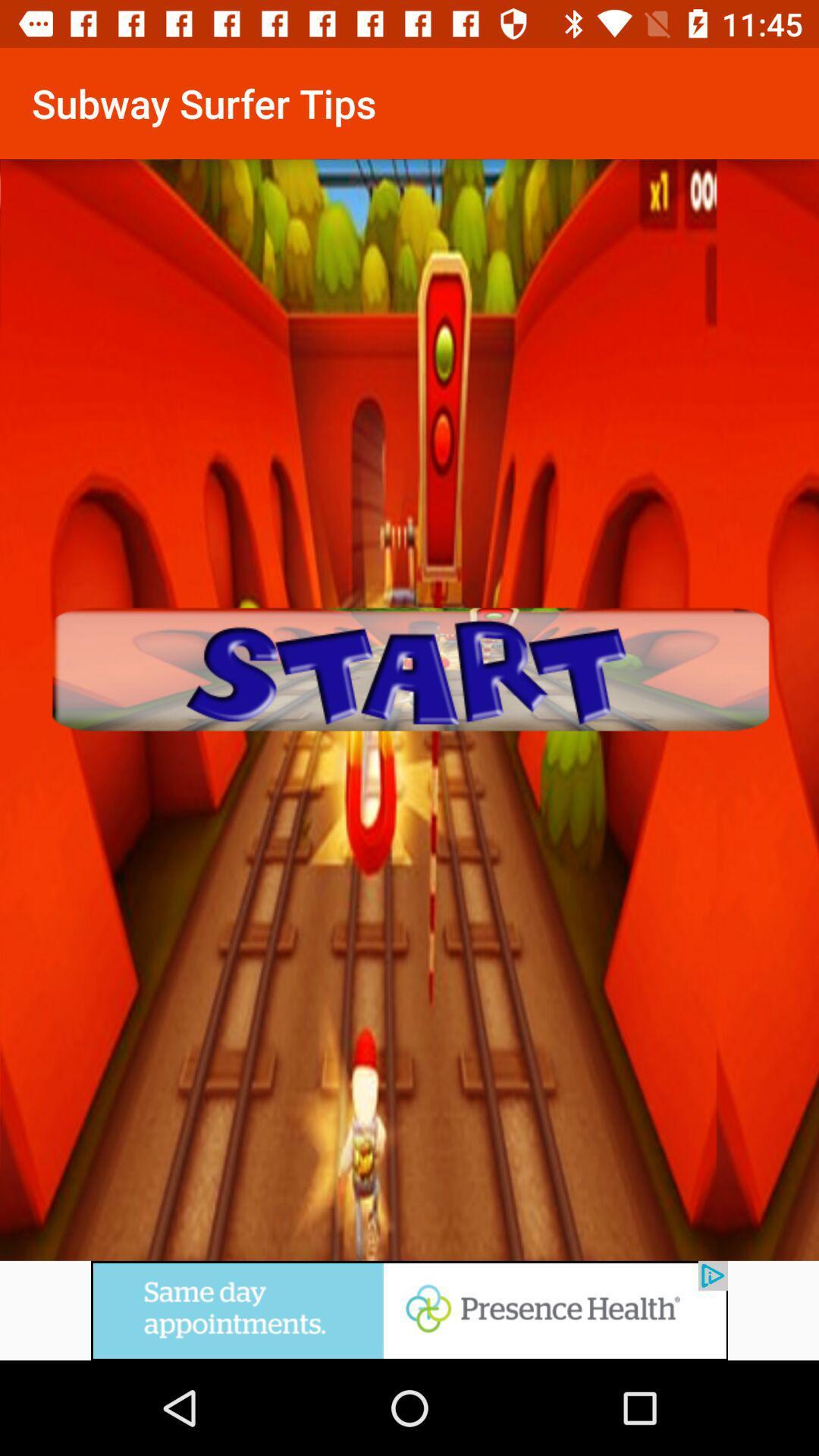  I want to click on advertisement, so click(409, 1333).